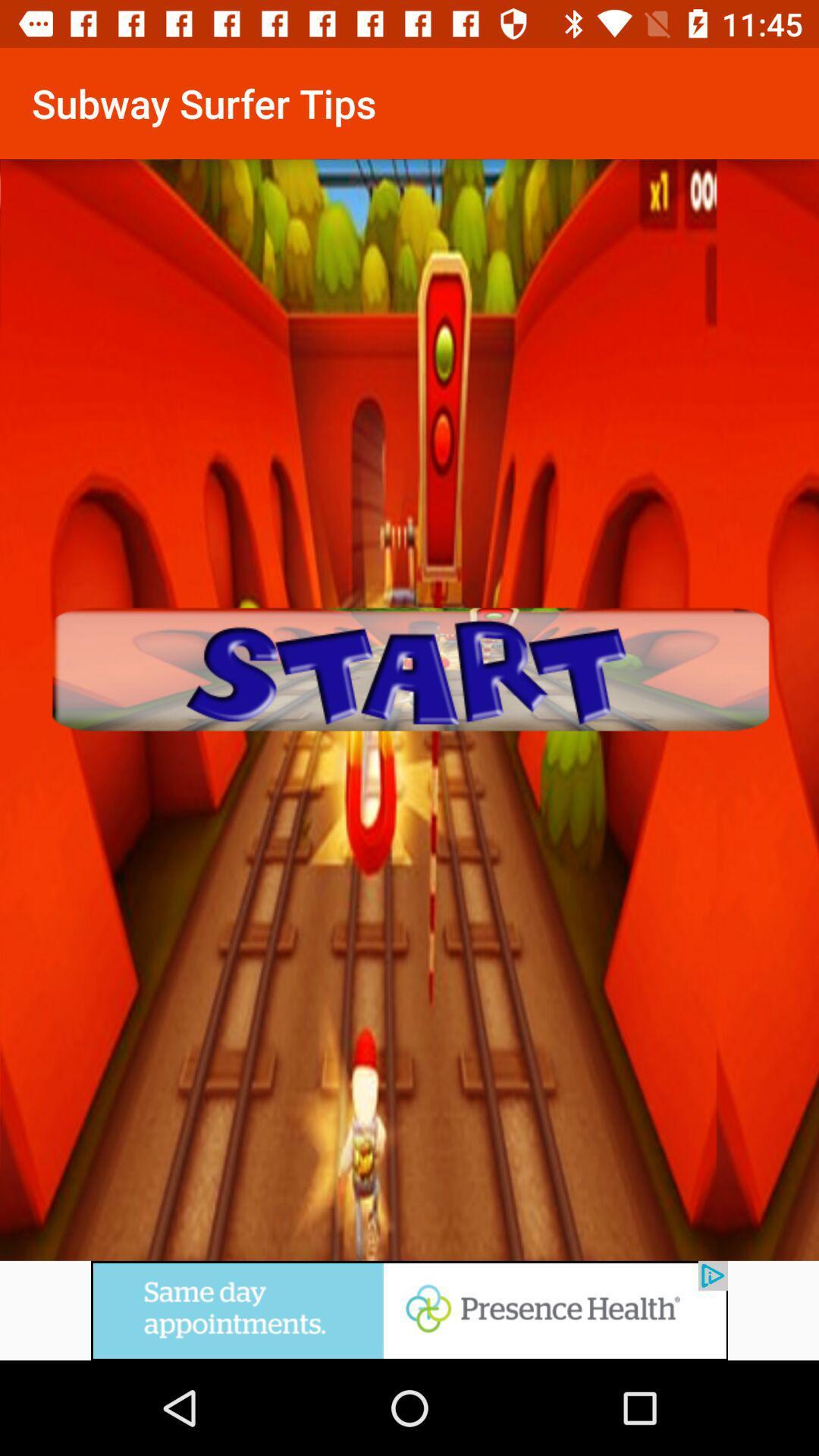  I want to click on advertisement, so click(409, 1333).